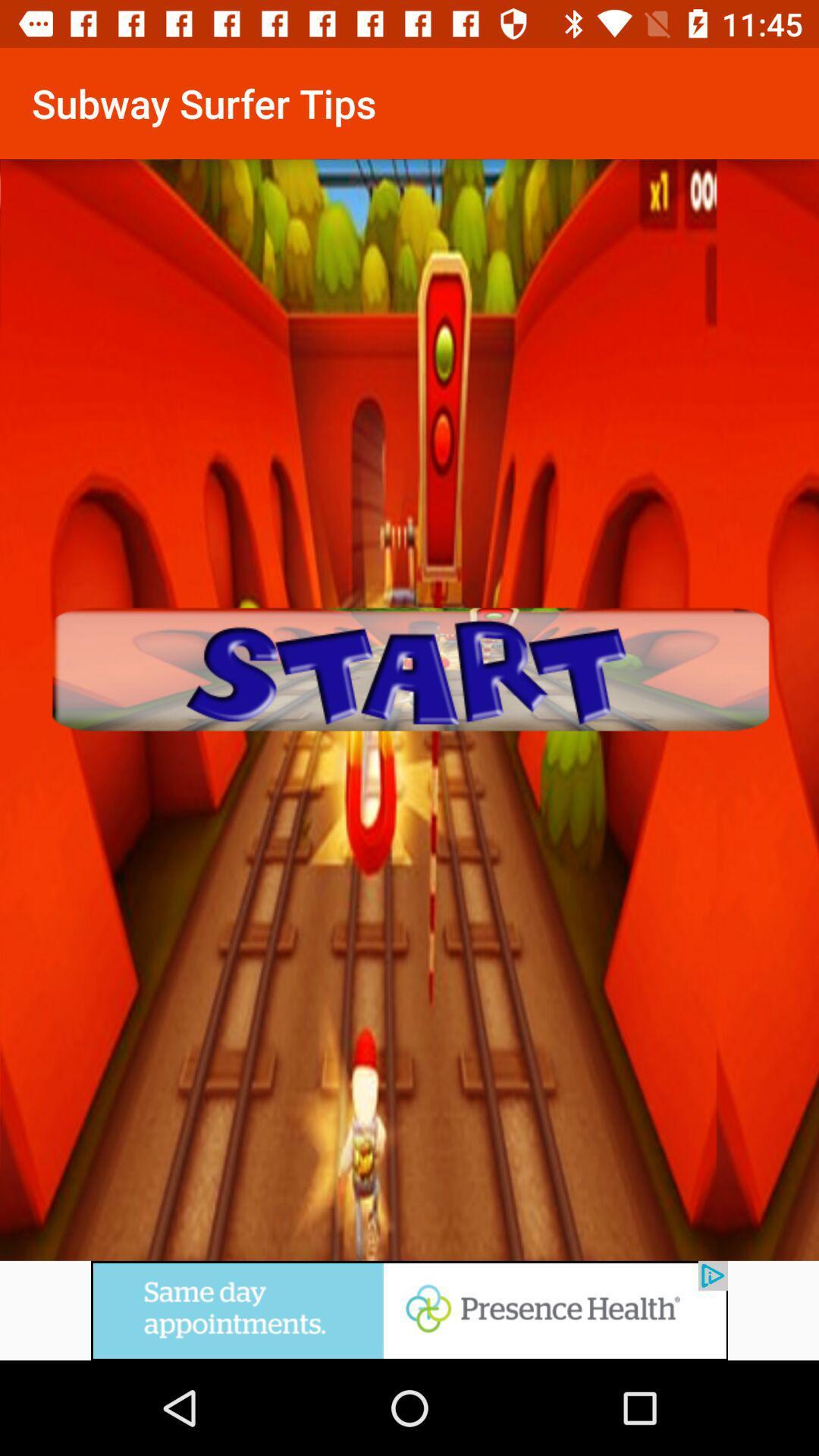  I want to click on advertisement, so click(409, 1333).